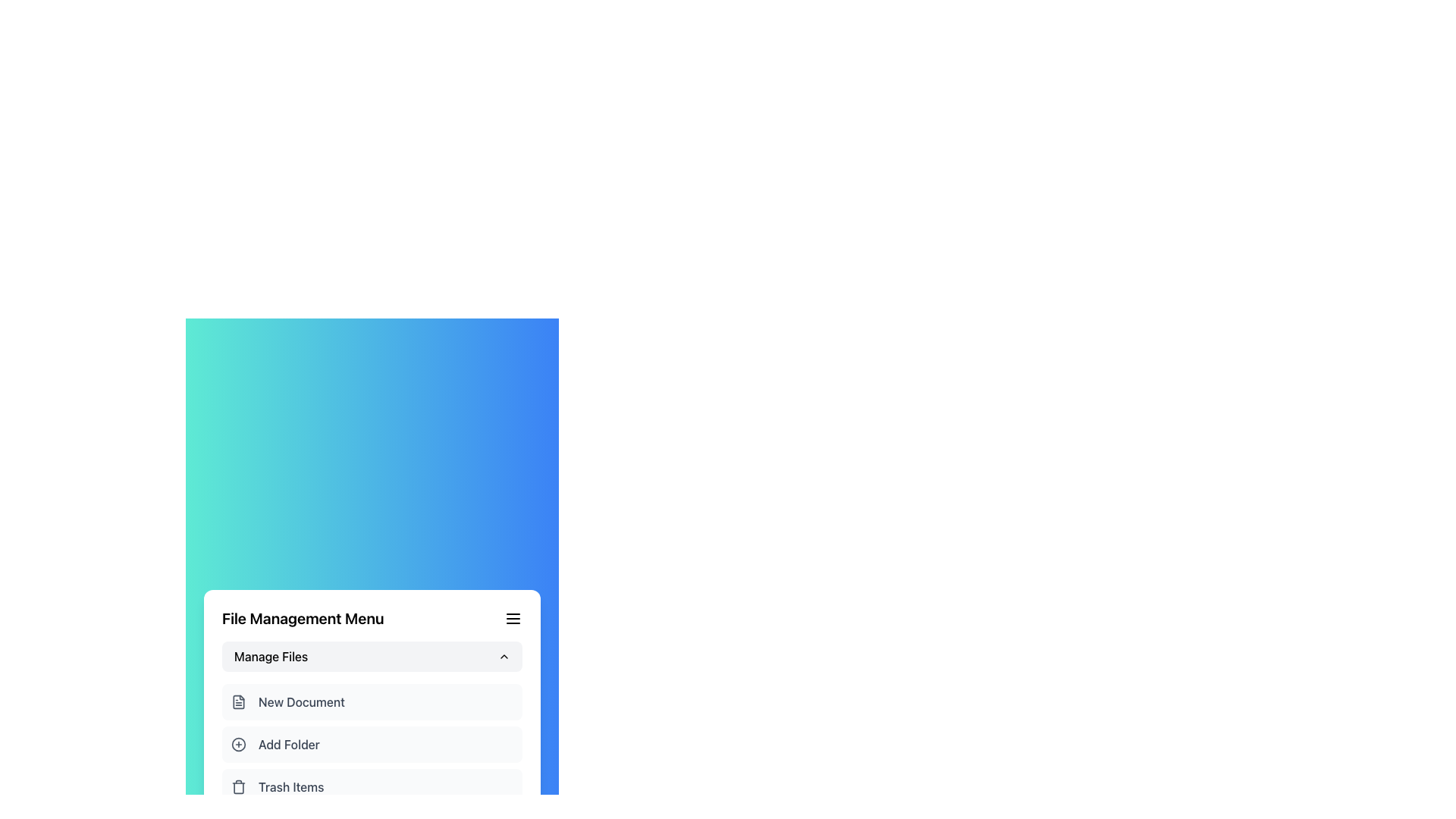 The image size is (1456, 819). Describe the element at coordinates (372, 701) in the screenshot. I see `the 'New Document' button, which is the first item in the file management menu, to observe the background color change` at that location.